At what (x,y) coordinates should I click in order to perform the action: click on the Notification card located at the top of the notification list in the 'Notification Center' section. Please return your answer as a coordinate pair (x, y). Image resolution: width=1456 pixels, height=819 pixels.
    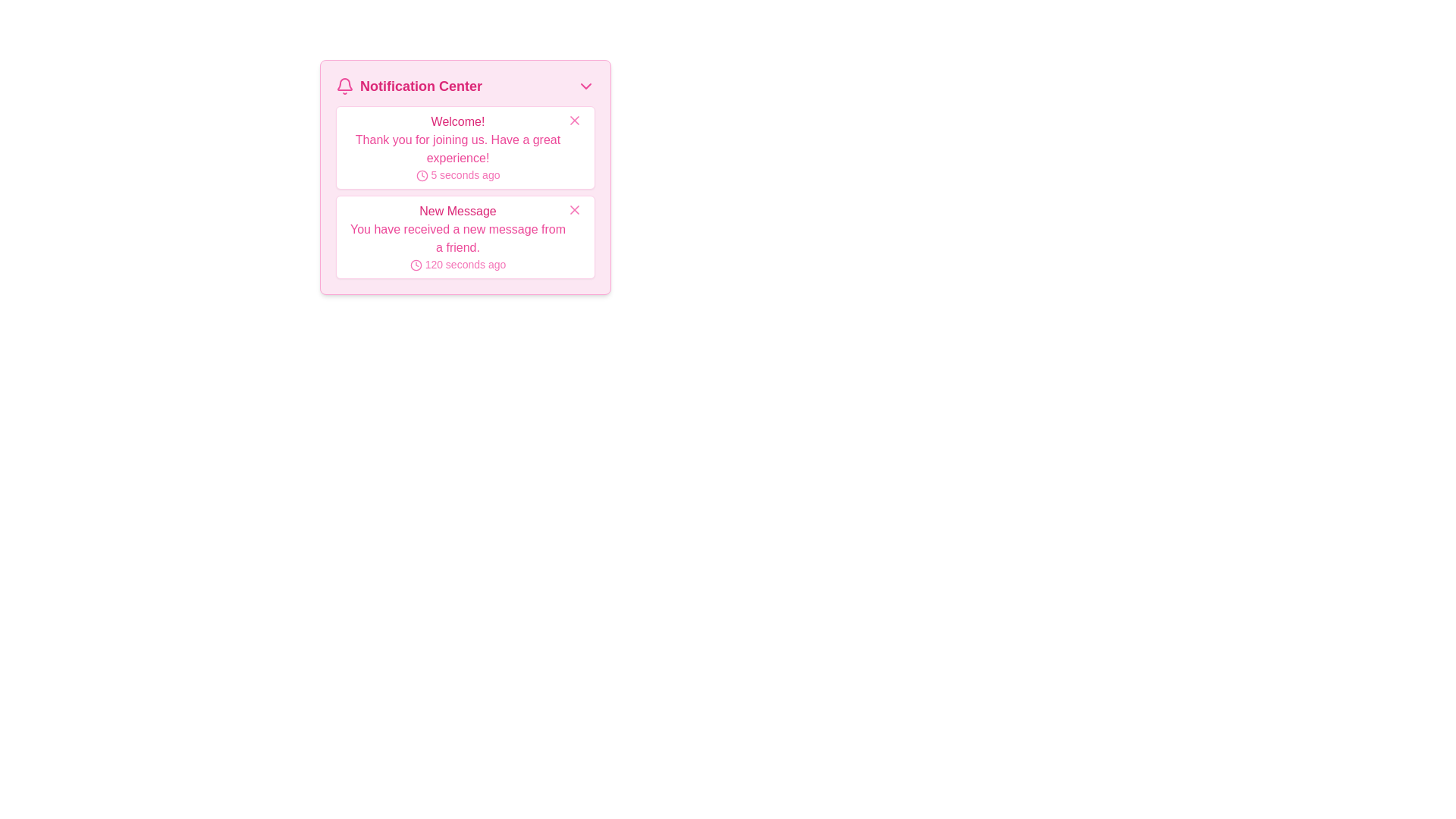
    Looking at the image, I should click on (465, 148).